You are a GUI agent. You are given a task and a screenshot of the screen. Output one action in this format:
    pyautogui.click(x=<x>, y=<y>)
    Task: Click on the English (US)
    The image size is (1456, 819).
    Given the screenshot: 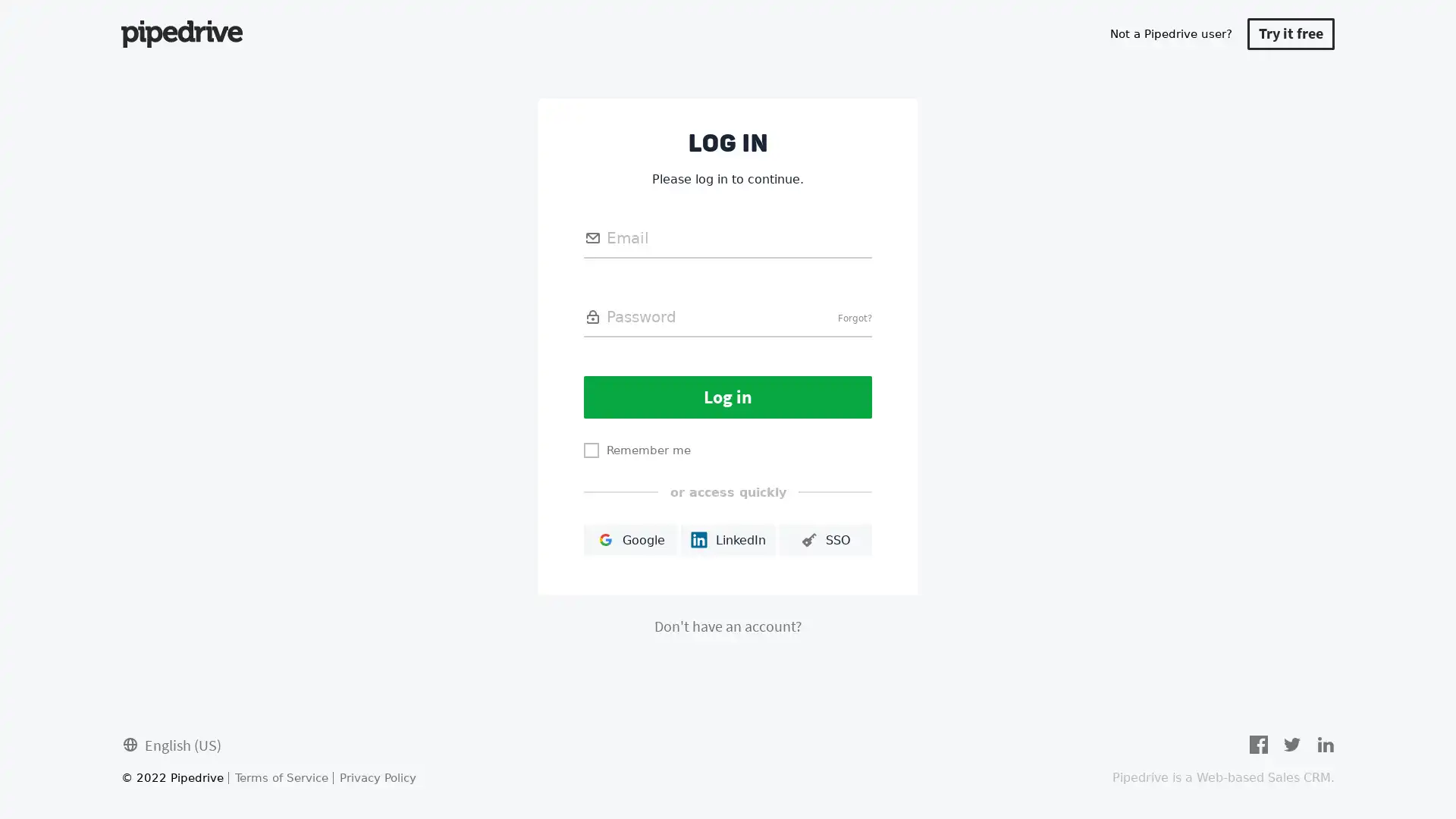 What is the action you would take?
    pyautogui.click(x=171, y=744)
    